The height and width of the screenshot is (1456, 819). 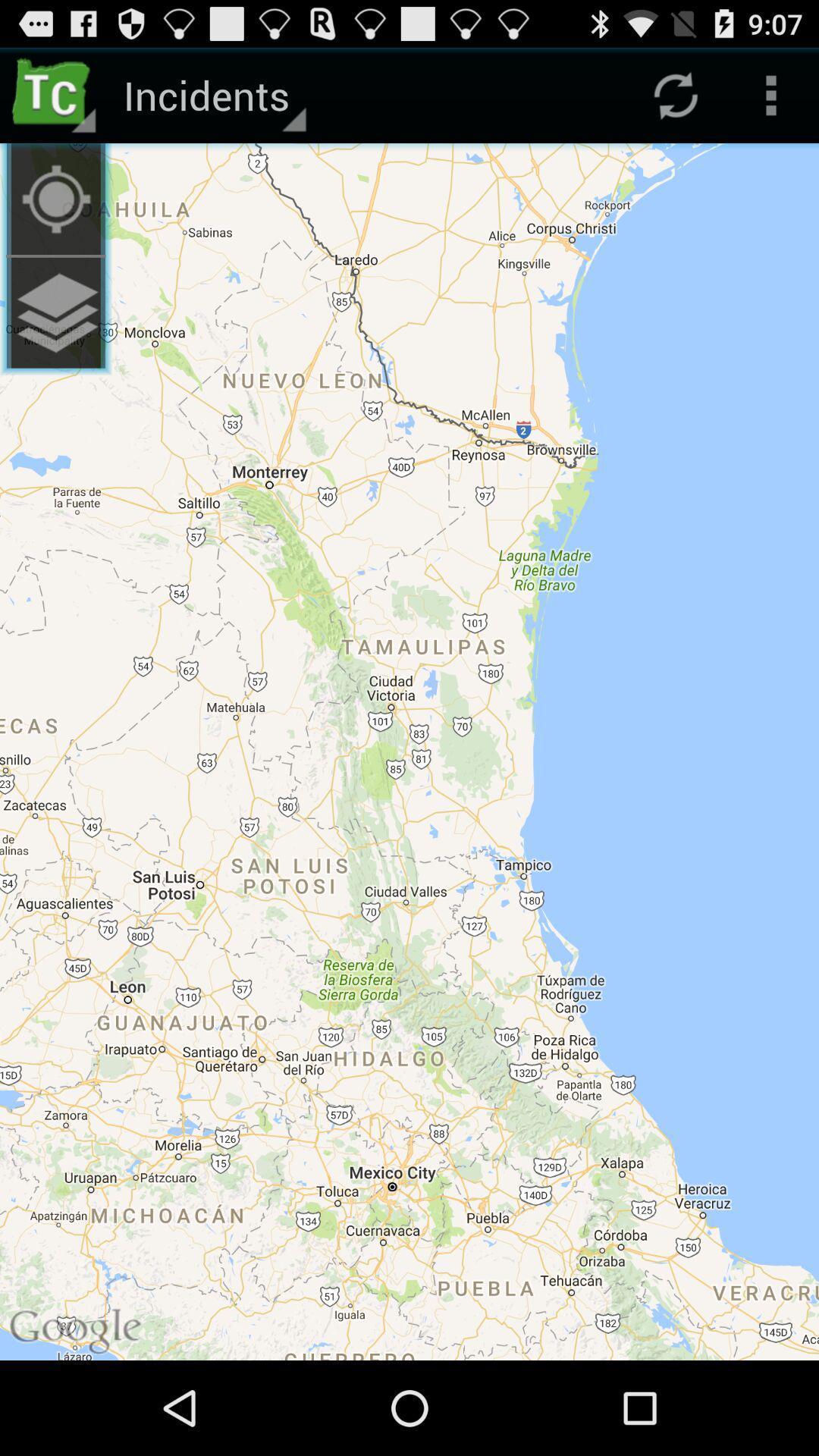 I want to click on the more icon, so click(x=771, y=101).